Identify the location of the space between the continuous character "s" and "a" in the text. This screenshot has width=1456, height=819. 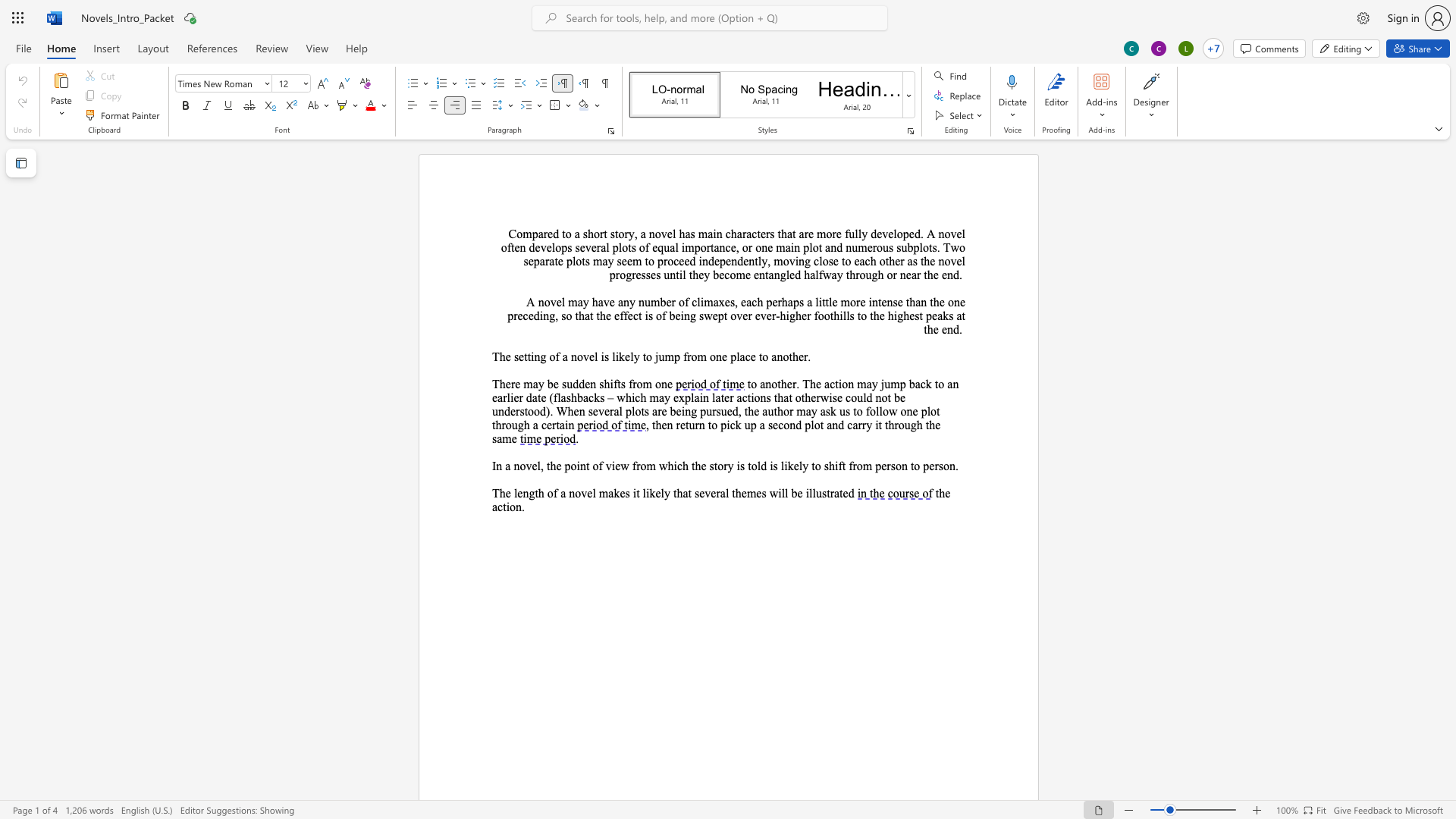
(497, 438).